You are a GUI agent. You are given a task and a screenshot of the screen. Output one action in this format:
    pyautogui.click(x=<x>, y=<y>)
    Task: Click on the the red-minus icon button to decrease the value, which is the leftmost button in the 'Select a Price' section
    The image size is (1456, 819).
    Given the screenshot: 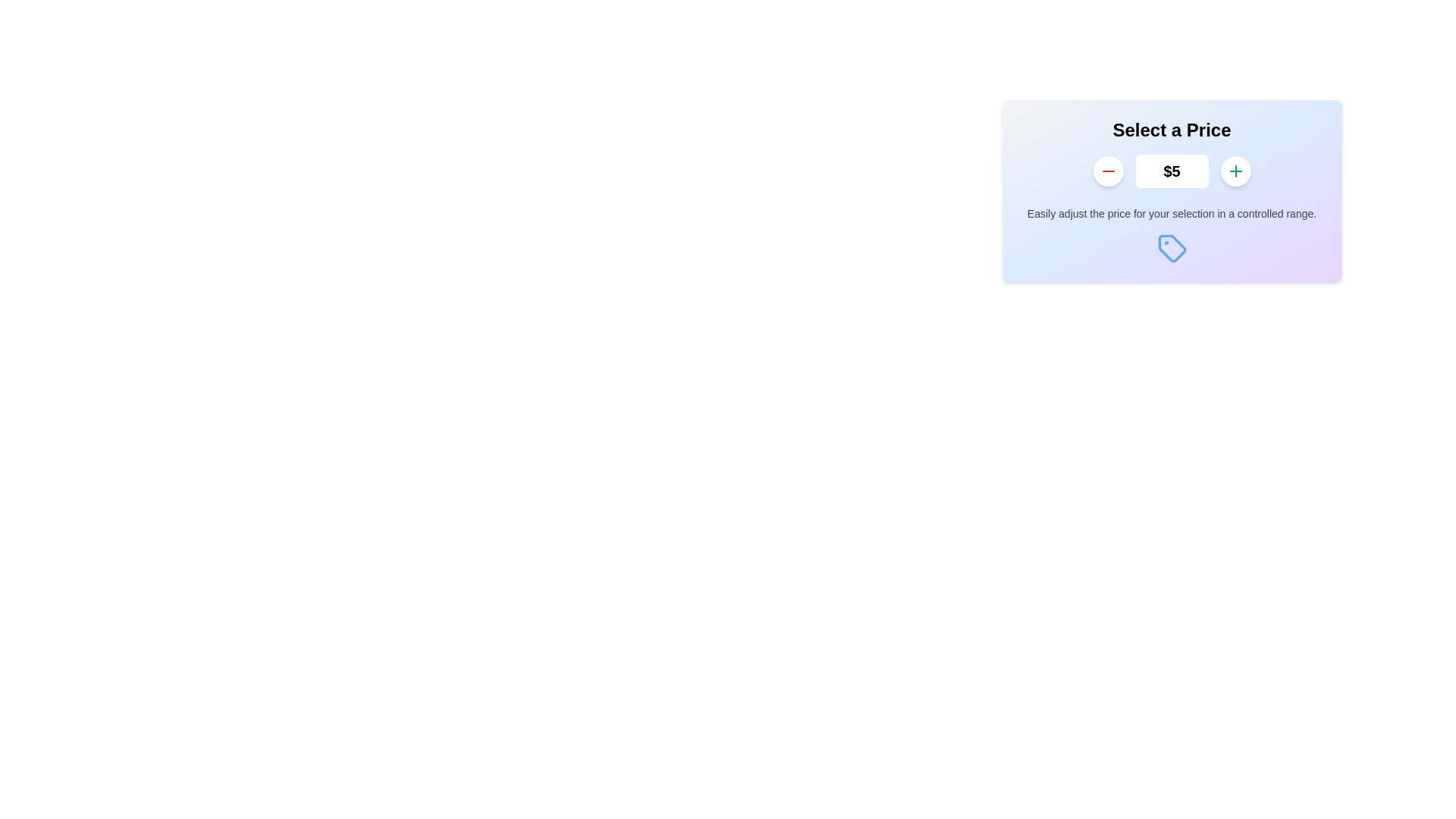 What is the action you would take?
    pyautogui.click(x=1108, y=171)
    